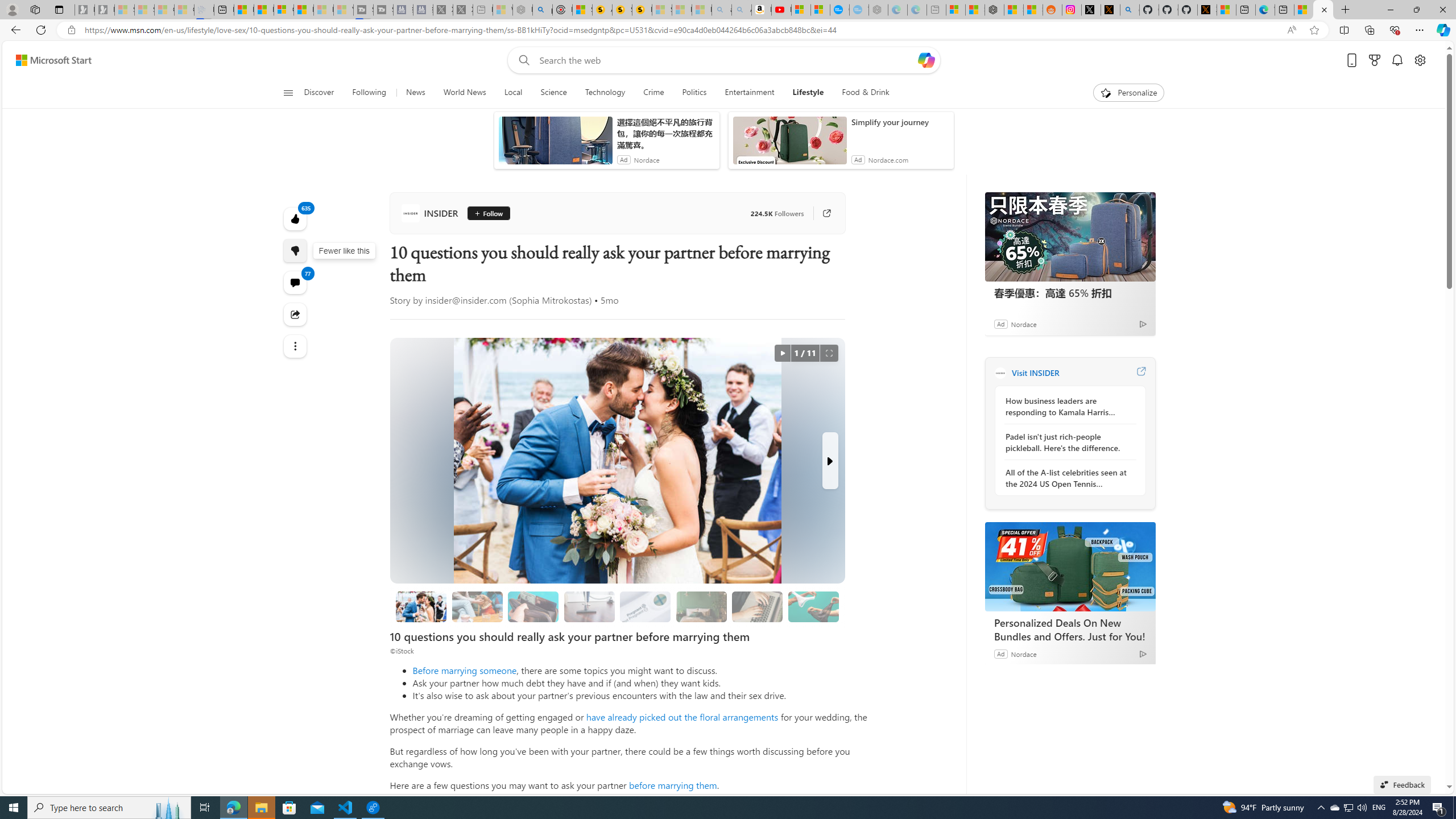  What do you see at coordinates (58, 9) in the screenshot?
I see `'Tab actions menu'` at bounding box center [58, 9].